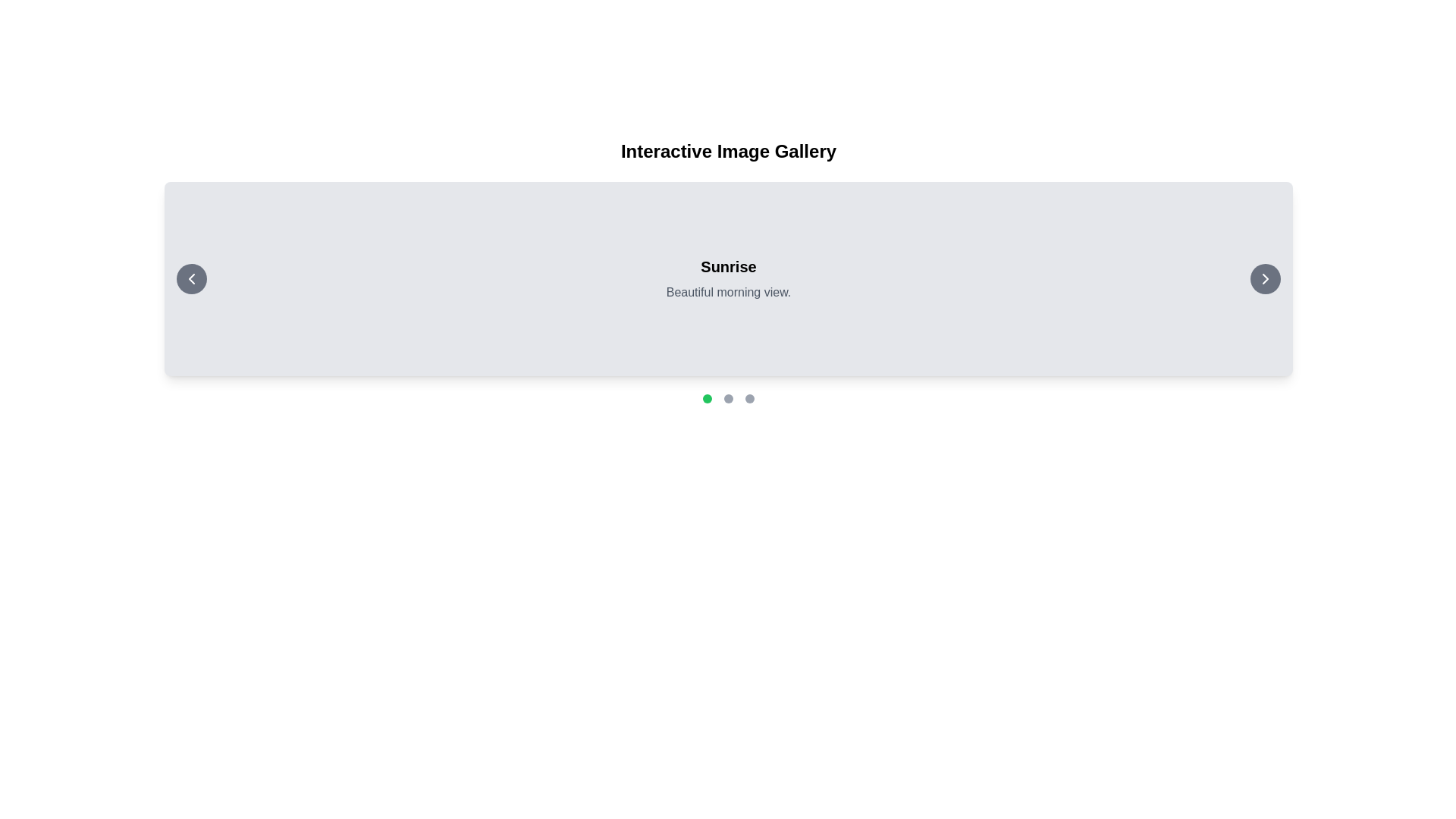  What do you see at coordinates (191, 278) in the screenshot?
I see `the circular button with a dark gray background and a white left-pointing chevron icon at its center` at bounding box center [191, 278].